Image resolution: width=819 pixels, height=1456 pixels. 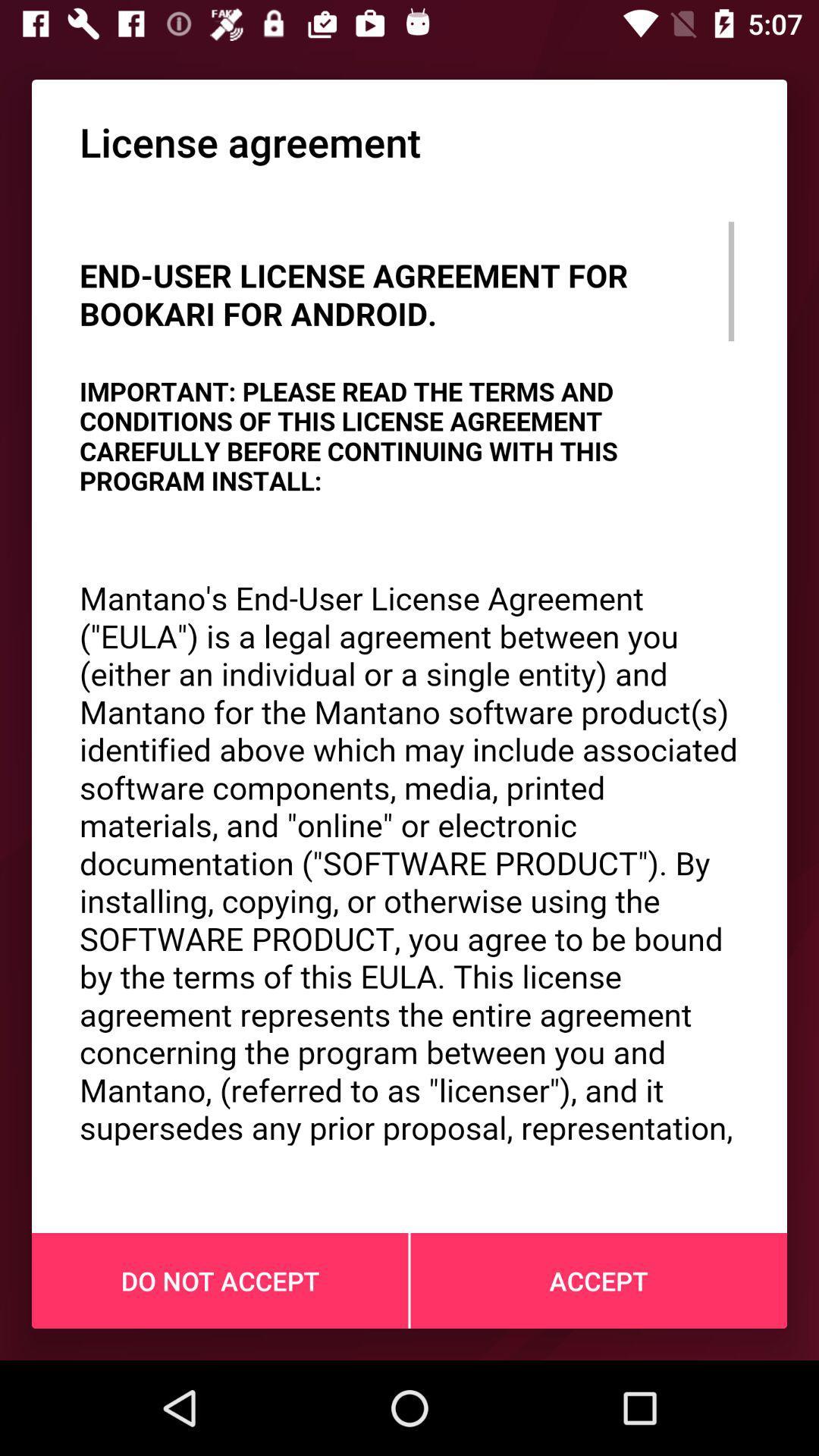 What do you see at coordinates (409, 679) in the screenshot?
I see `the item above do not accept icon` at bounding box center [409, 679].